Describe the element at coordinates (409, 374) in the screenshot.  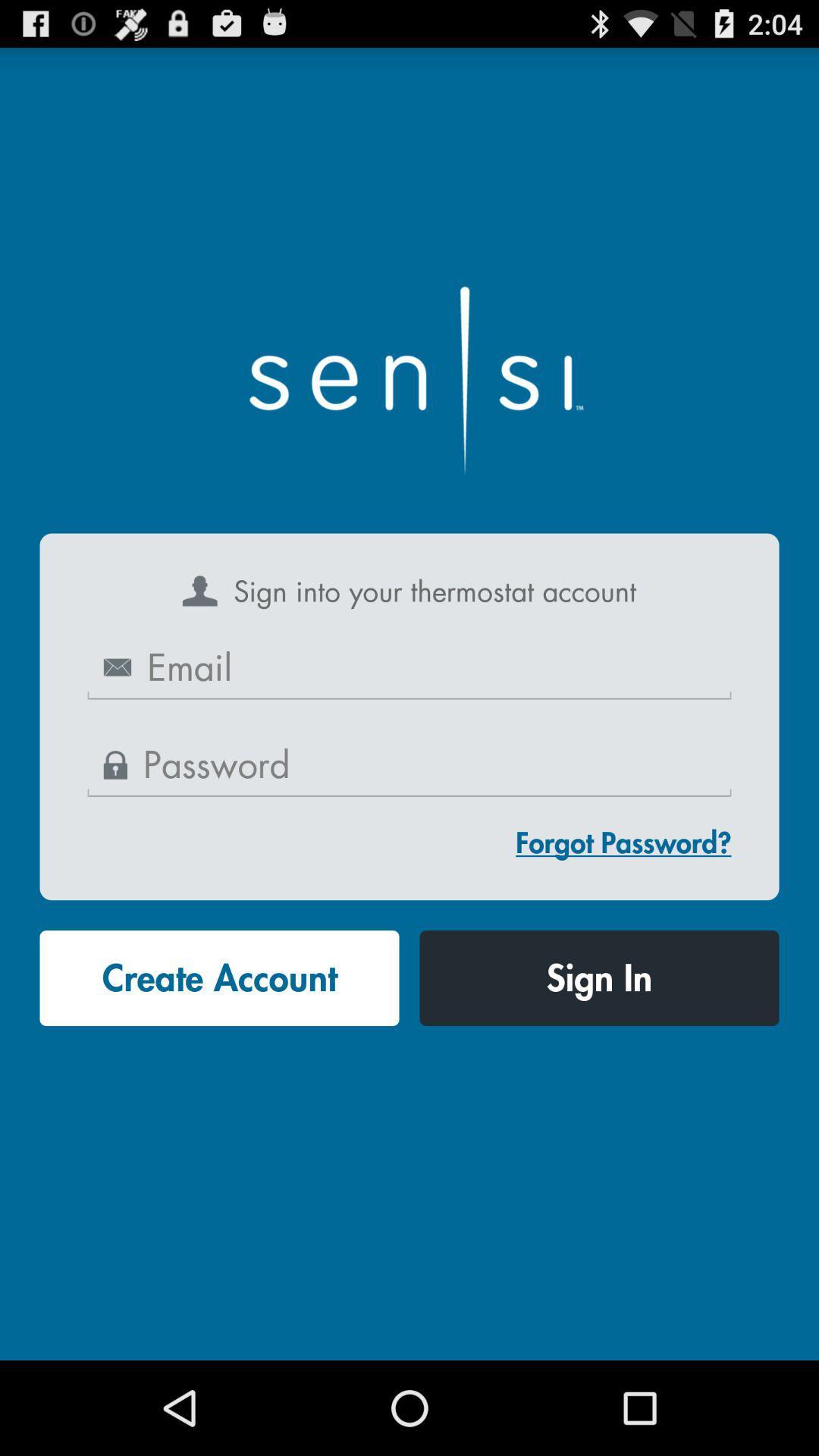
I see `the app above sign into your app` at that location.